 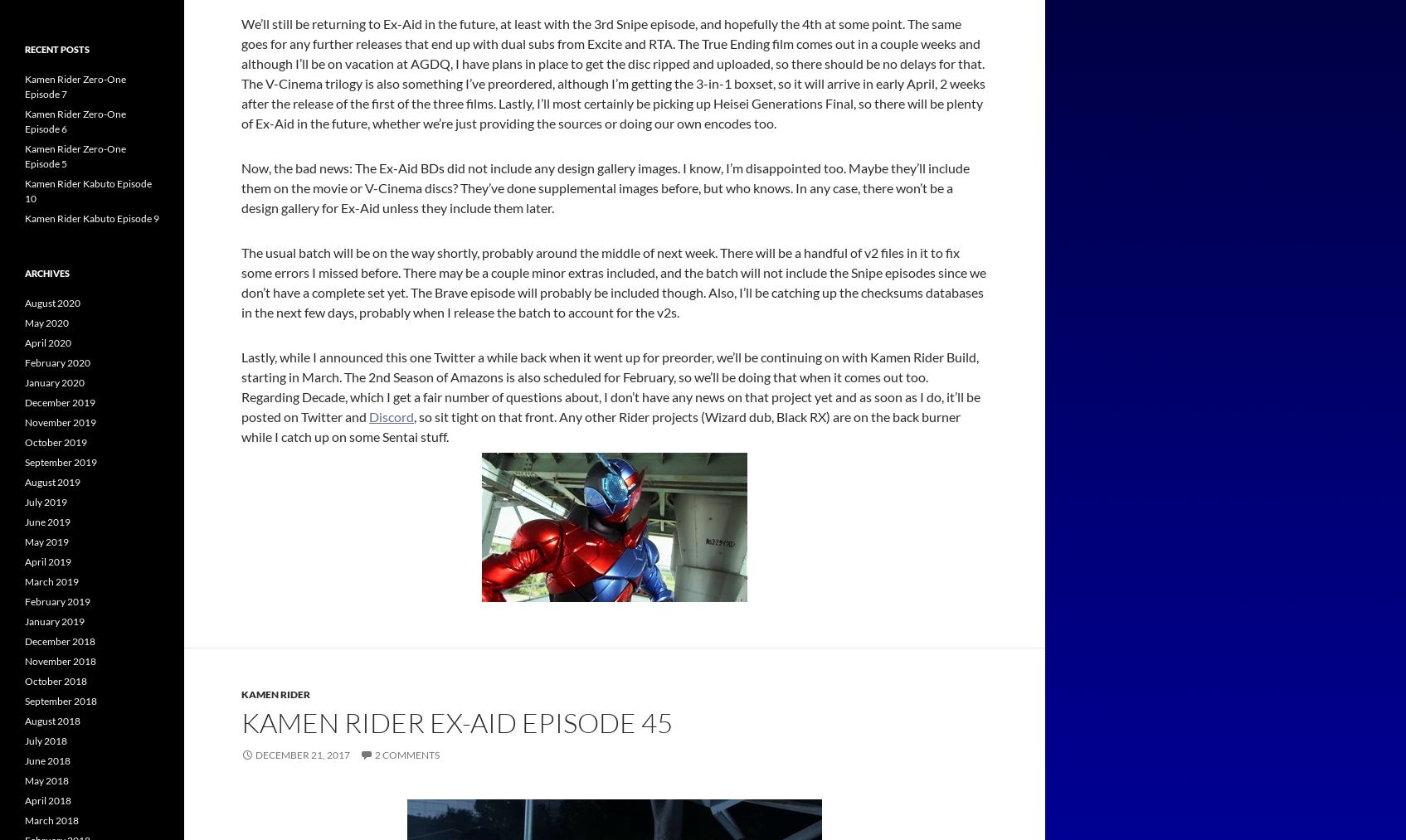 What do you see at coordinates (55, 680) in the screenshot?
I see `'October 2018'` at bounding box center [55, 680].